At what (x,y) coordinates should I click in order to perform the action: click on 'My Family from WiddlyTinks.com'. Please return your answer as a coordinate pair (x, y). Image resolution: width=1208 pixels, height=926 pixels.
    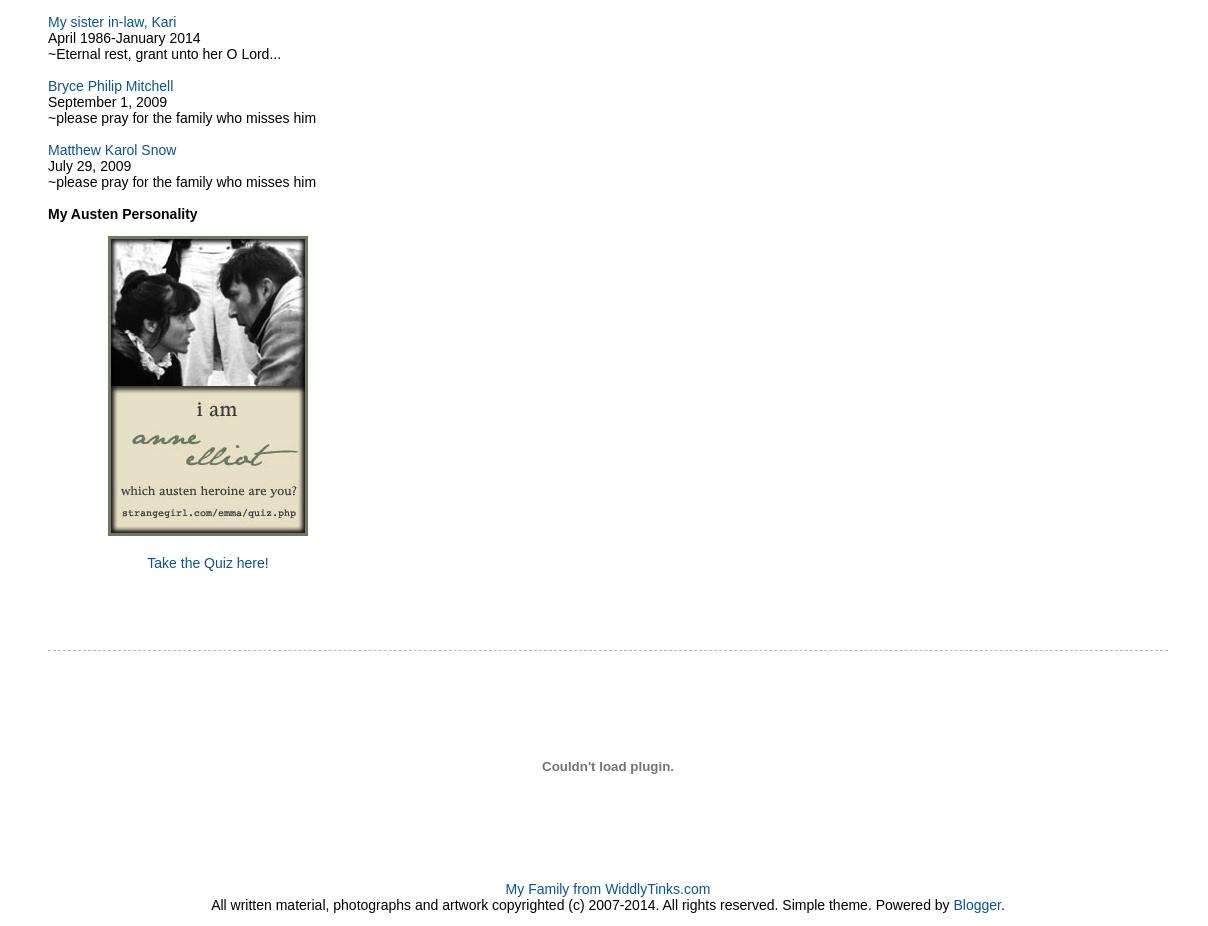
    Looking at the image, I should click on (606, 888).